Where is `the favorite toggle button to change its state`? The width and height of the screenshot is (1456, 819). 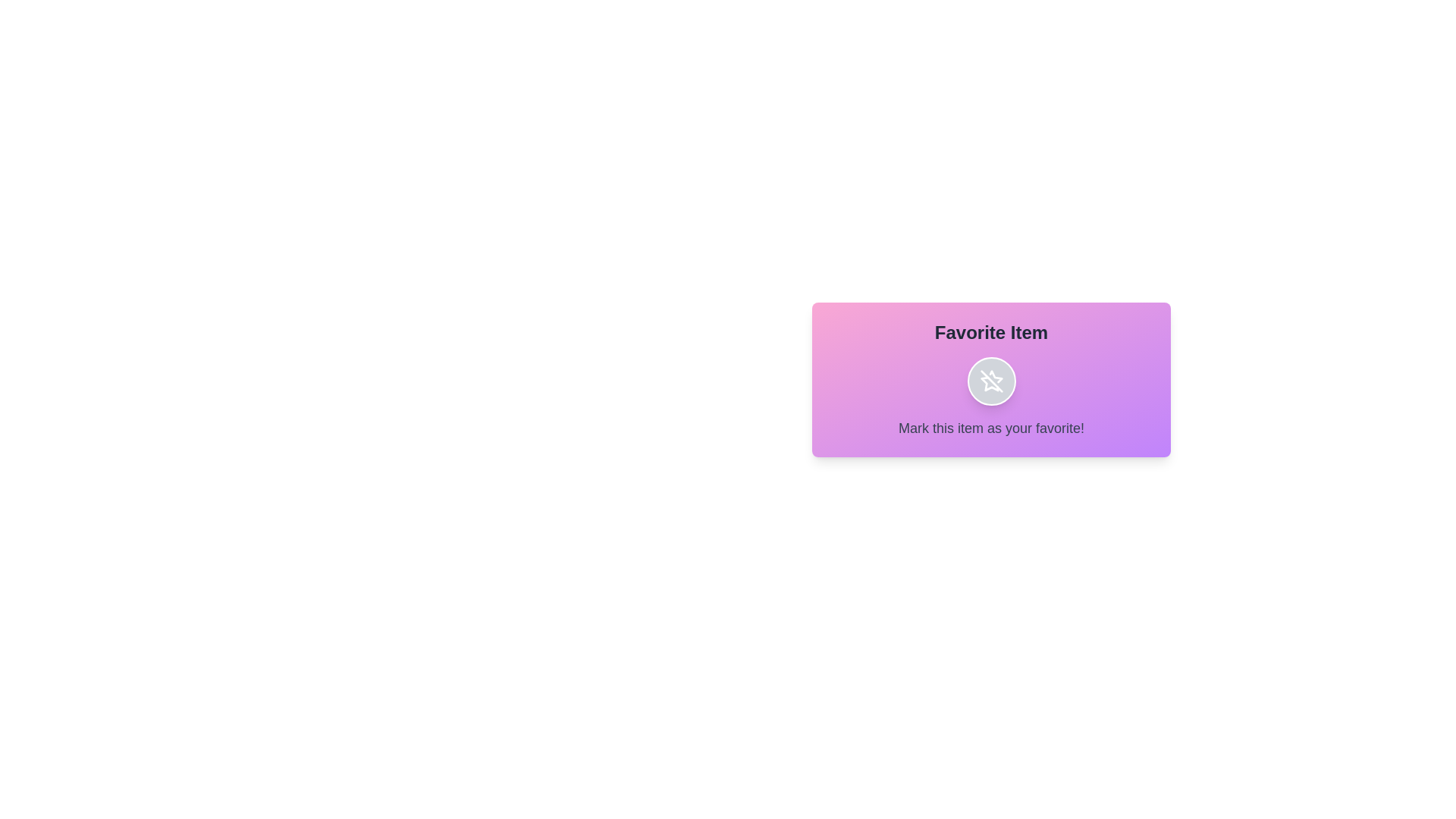 the favorite toggle button to change its state is located at coordinates (991, 380).